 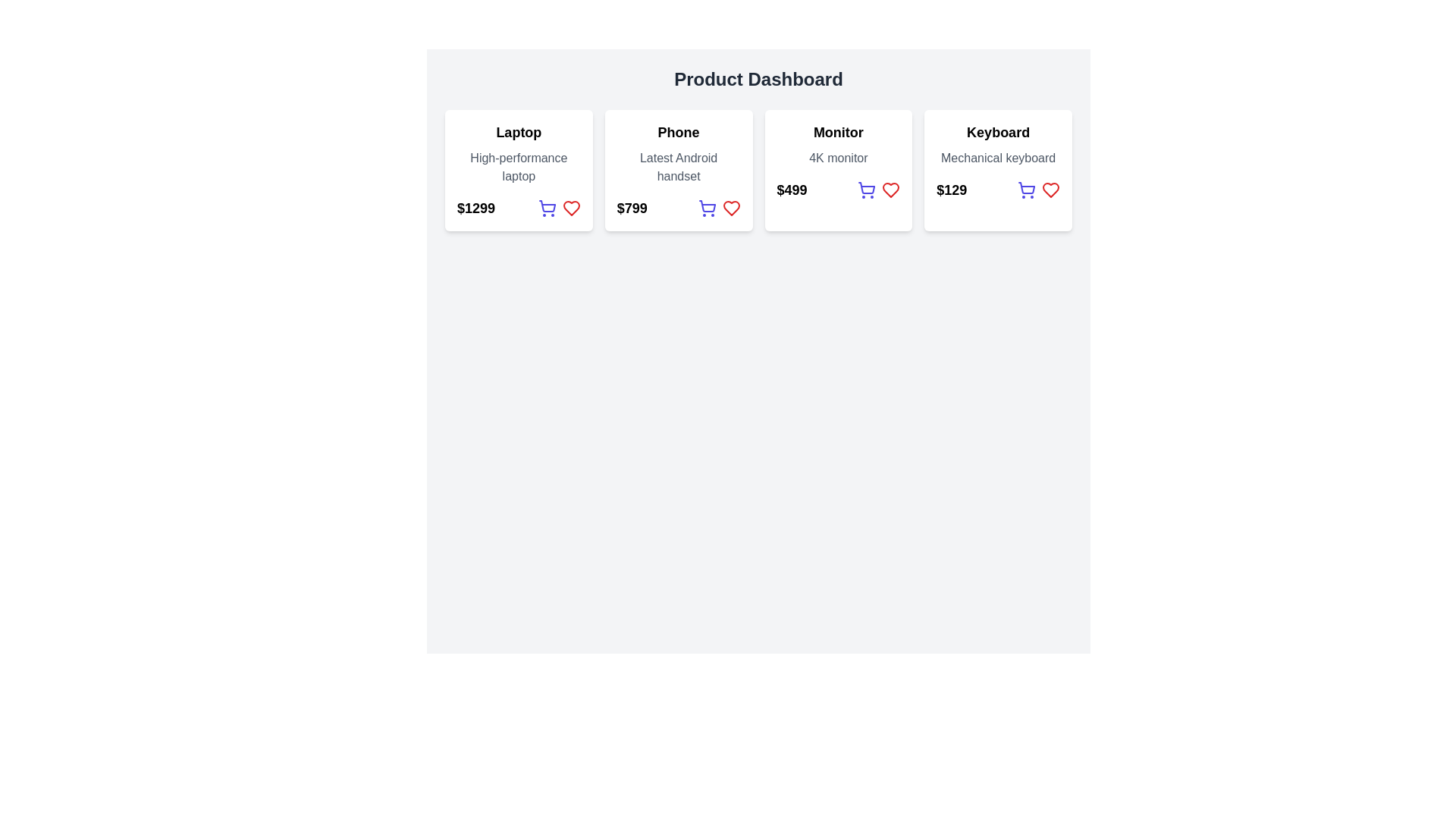 I want to click on the heart-shaped icon located as the fourth icon in the row under the price text of the 'Monitor' product card to mark the product as a favorite, so click(x=891, y=189).